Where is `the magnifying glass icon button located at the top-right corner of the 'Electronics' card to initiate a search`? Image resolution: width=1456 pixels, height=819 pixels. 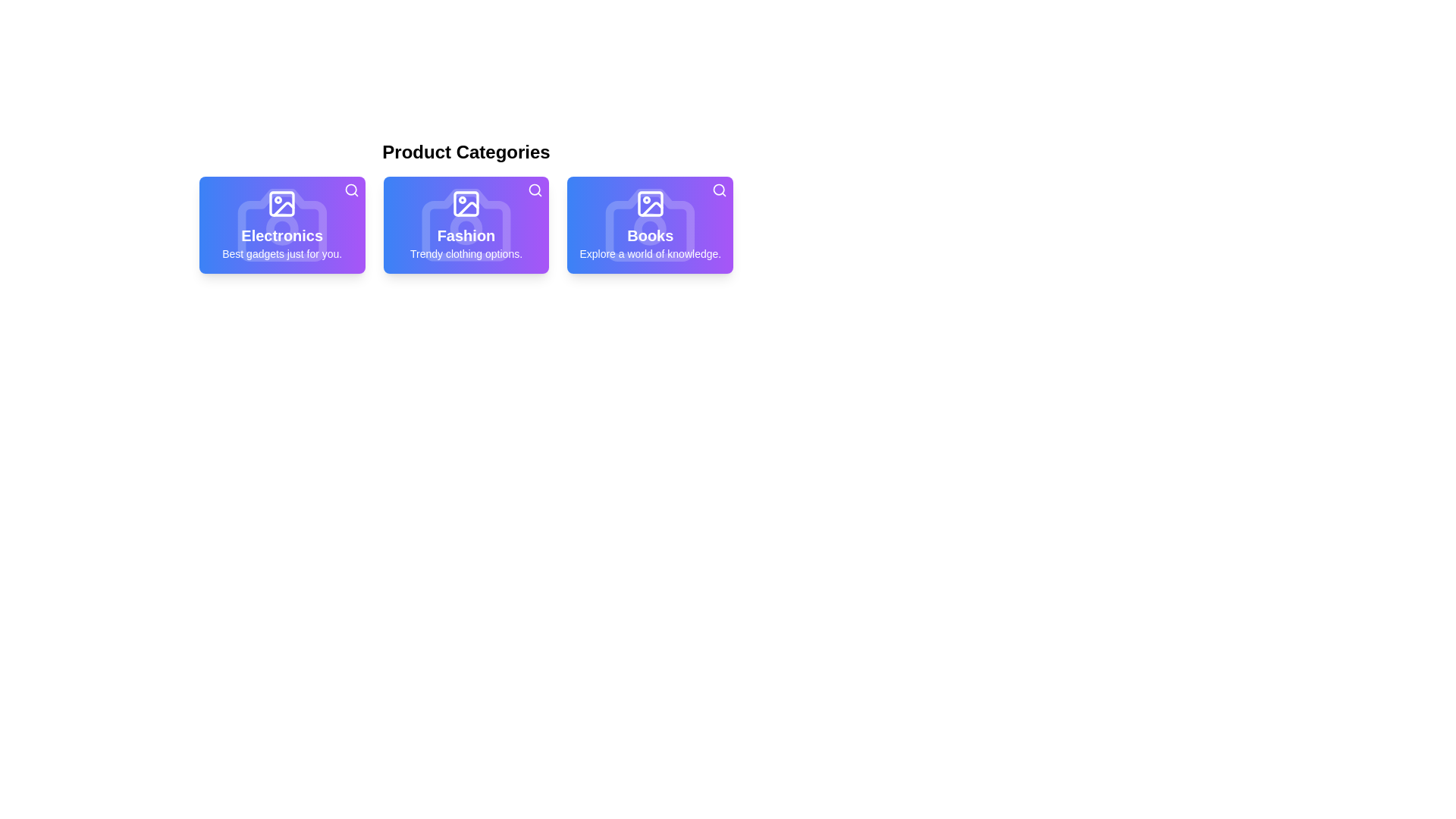
the magnifying glass icon button located at the top-right corner of the 'Electronics' card to initiate a search is located at coordinates (350, 189).